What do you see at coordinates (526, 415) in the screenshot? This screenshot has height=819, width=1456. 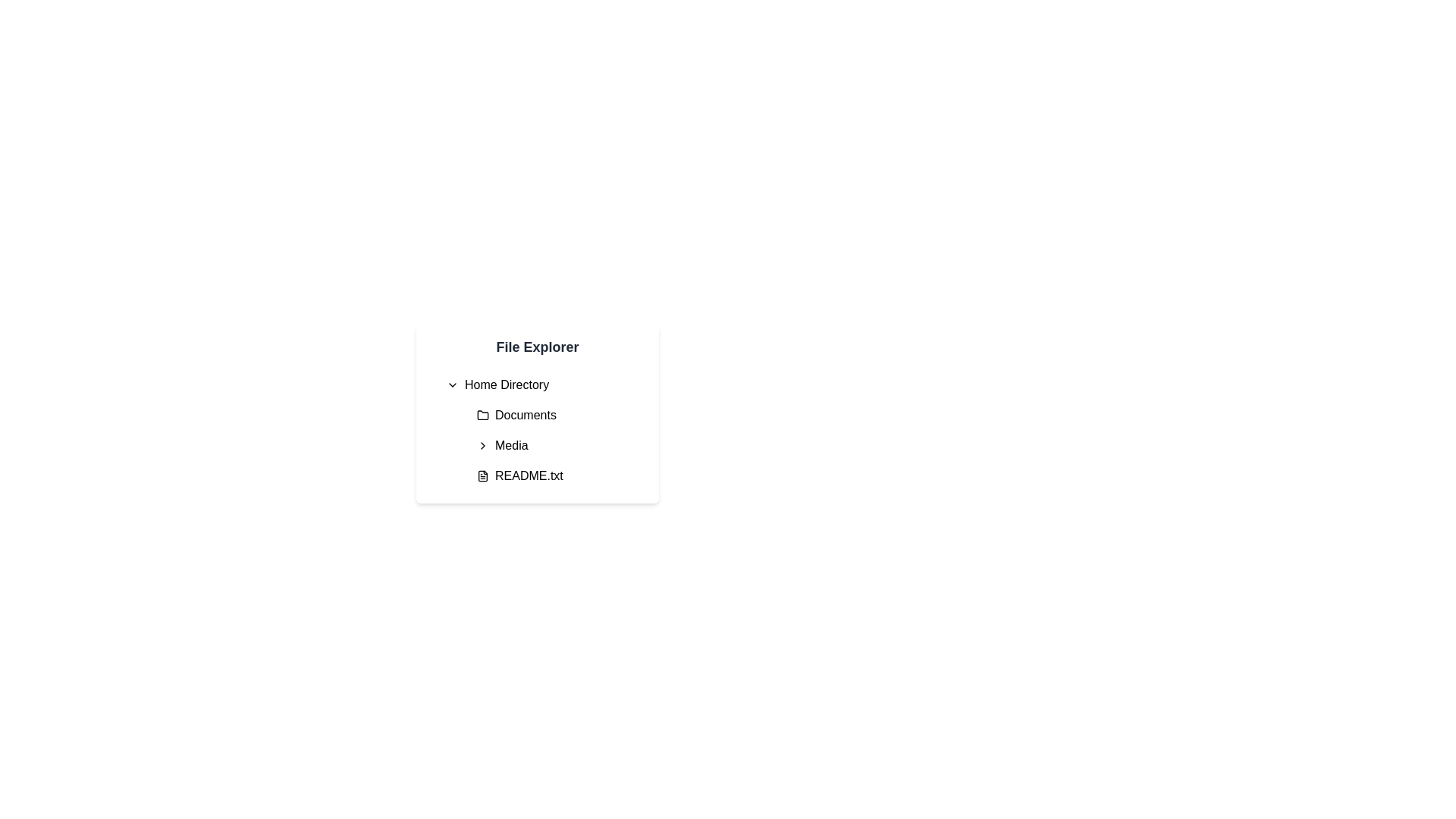 I see `the 'Documents' text label, which serves as the label for the 'Documents' folder in the file explorer` at bounding box center [526, 415].